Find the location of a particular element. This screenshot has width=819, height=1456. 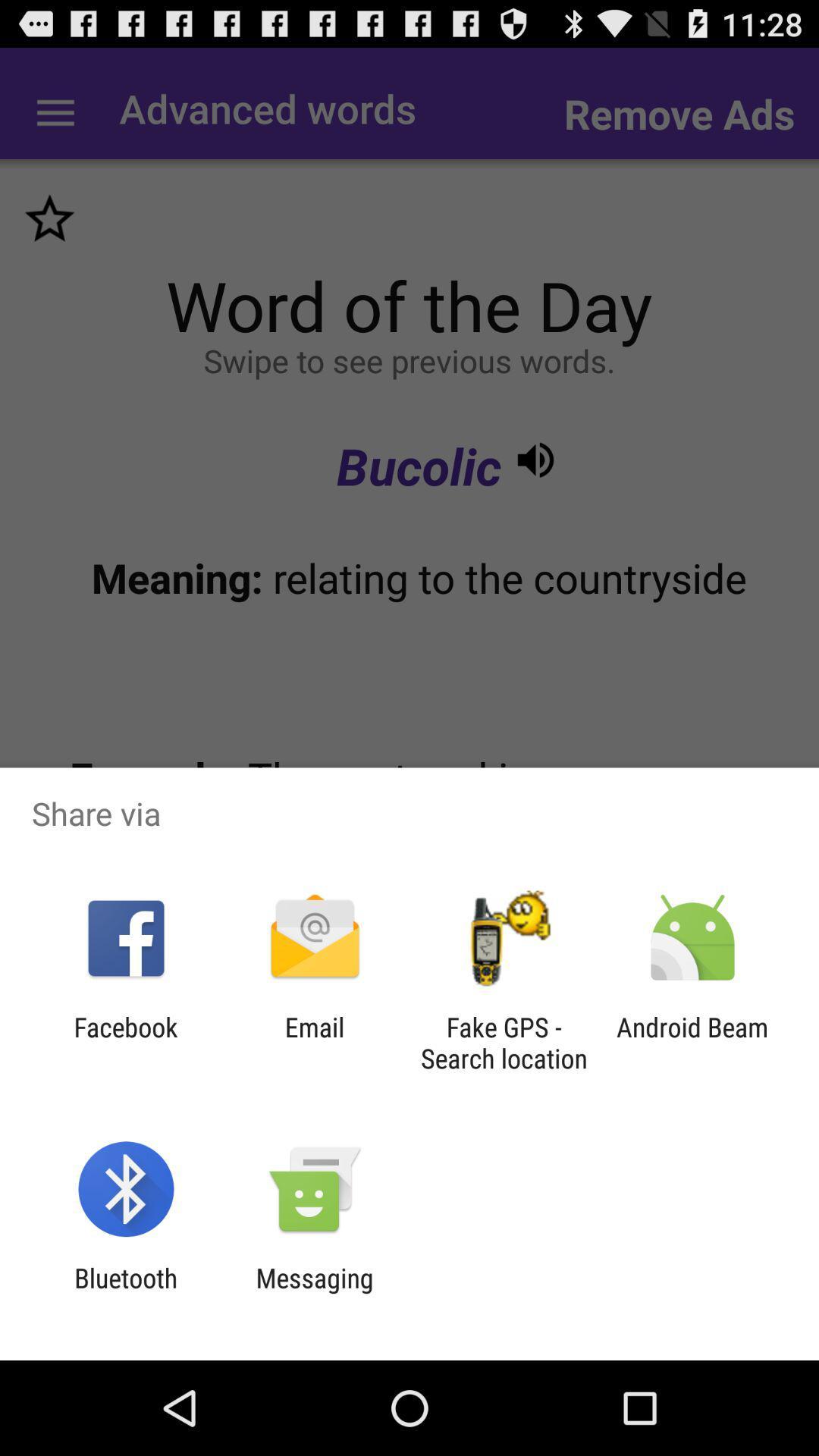

the facebook app is located at coordinates (125, 1042).